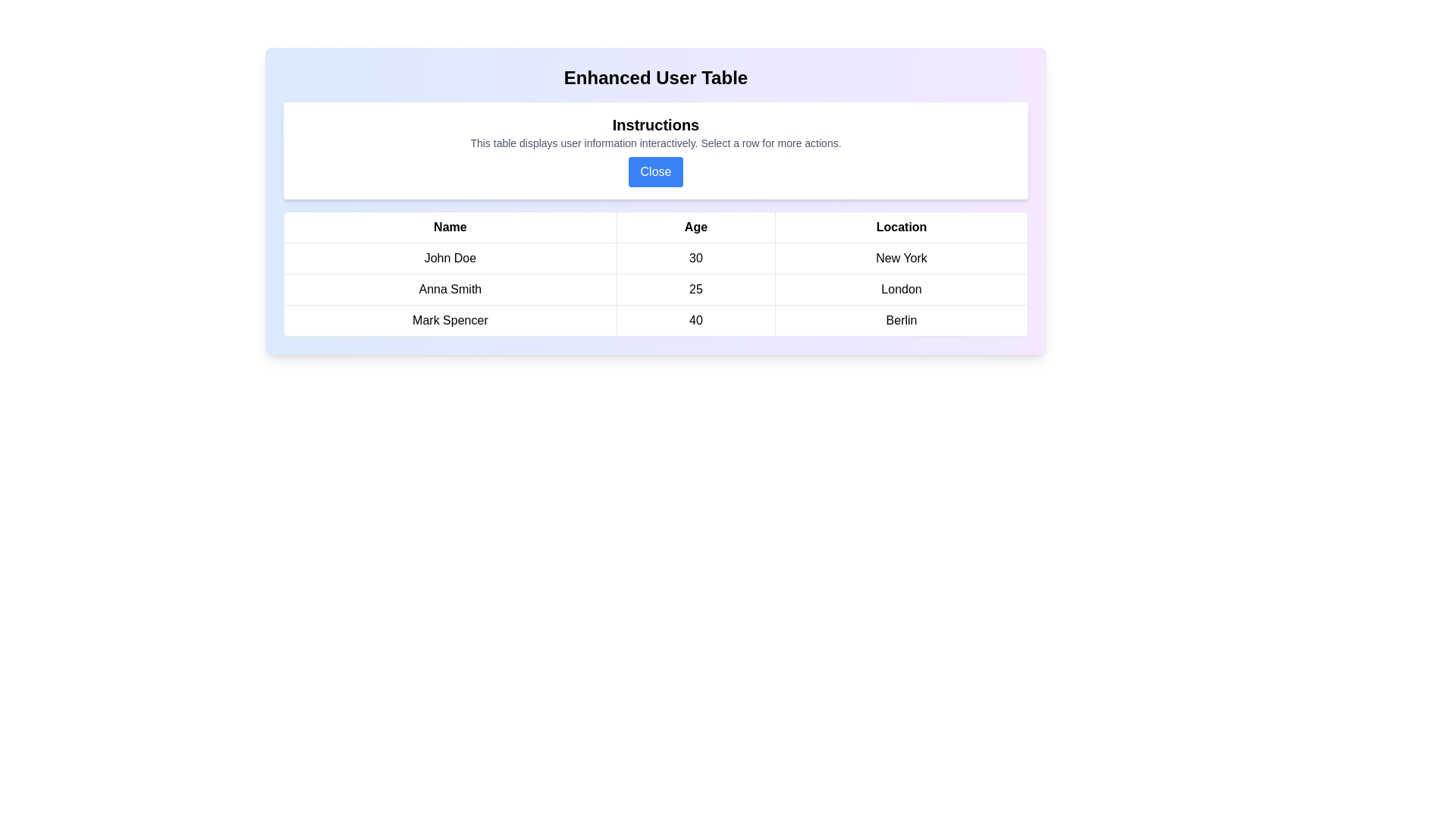 The image size is (1456, 819). What do you see at coordinates (655, 289) in the screenshot?
I see `the second row of the user details table displaying 'Anna Smith', '25', and 'London'` at bounding box center [655, 289].